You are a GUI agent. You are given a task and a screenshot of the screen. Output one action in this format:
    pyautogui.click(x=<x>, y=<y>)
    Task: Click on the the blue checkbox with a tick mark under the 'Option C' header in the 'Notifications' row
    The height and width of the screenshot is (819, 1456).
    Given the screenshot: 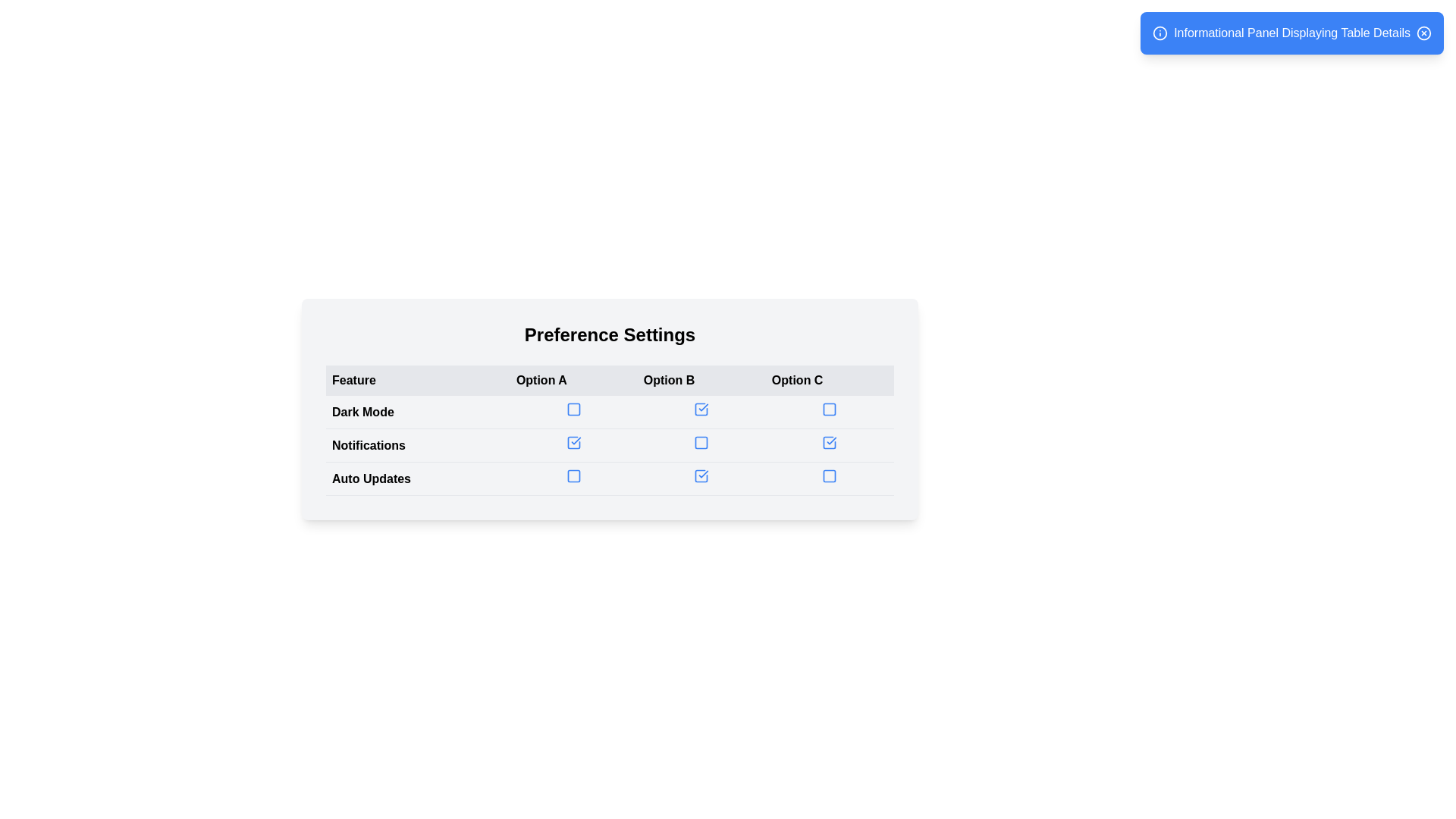 What is the action you would take?
    pyautogui.click(x=829, y=444)
    